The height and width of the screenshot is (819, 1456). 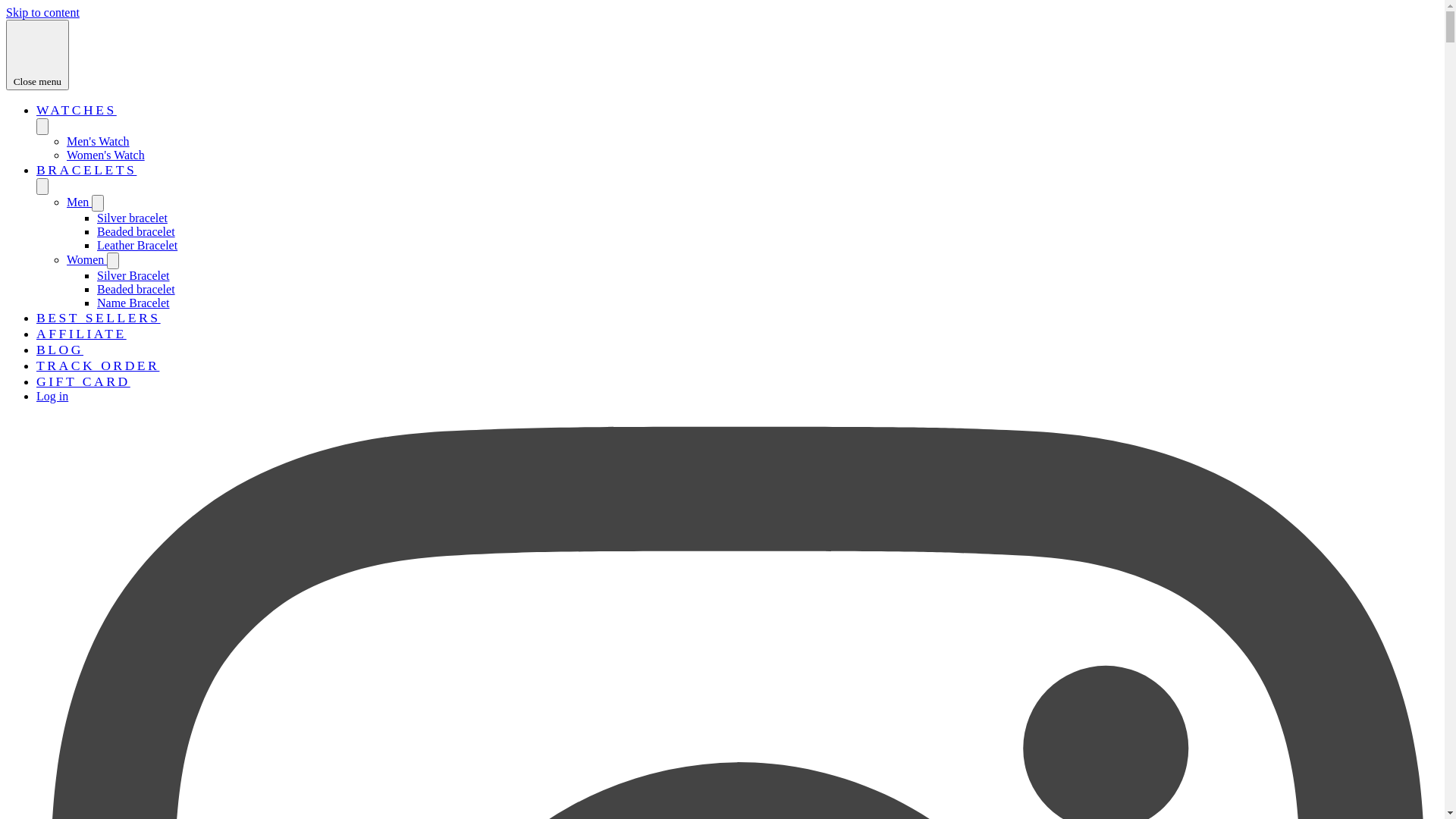 I want to click on 'Women', so click(x=86, y=259).